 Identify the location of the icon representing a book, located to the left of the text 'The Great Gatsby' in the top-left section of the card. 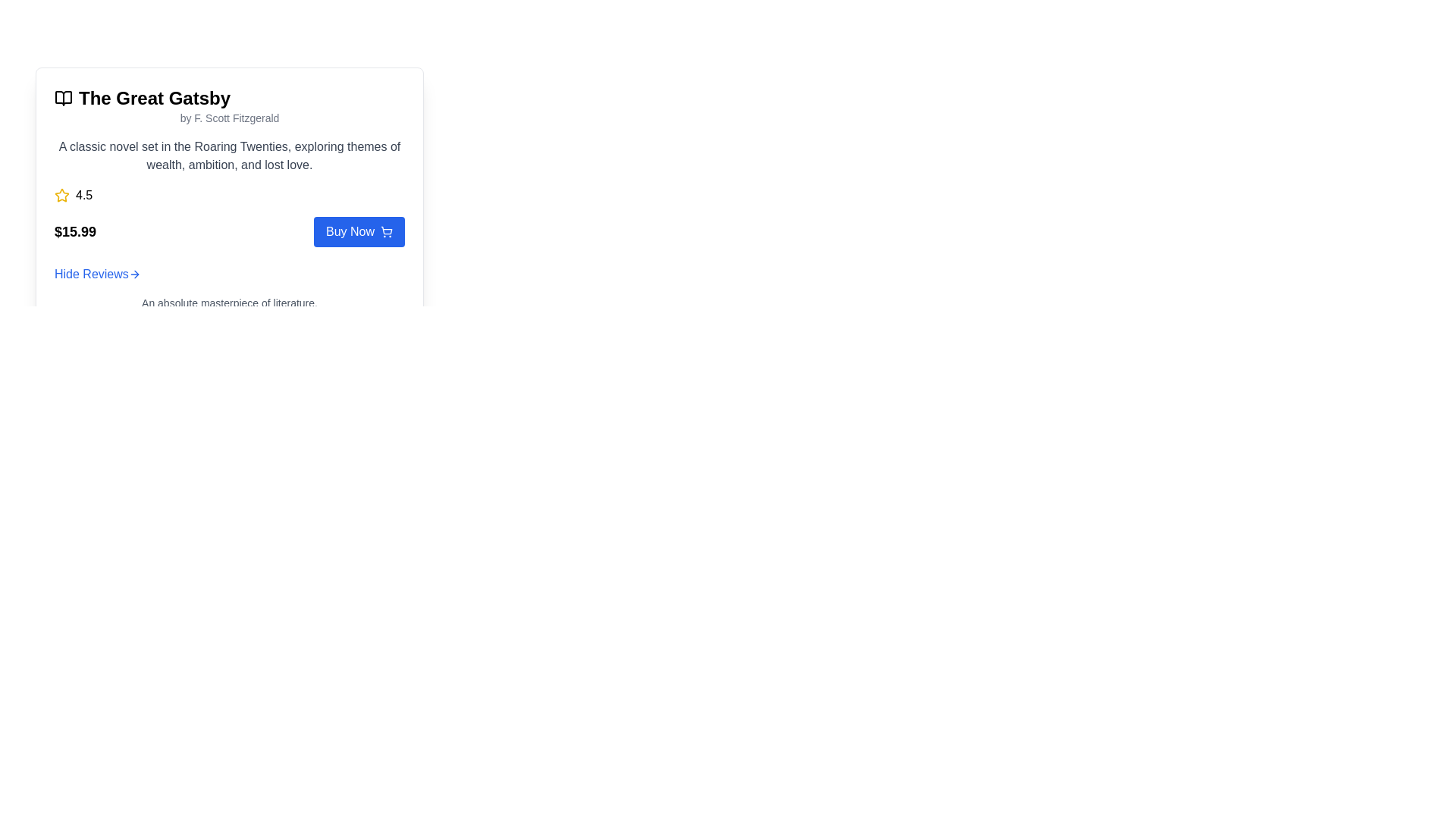
(62, 99).